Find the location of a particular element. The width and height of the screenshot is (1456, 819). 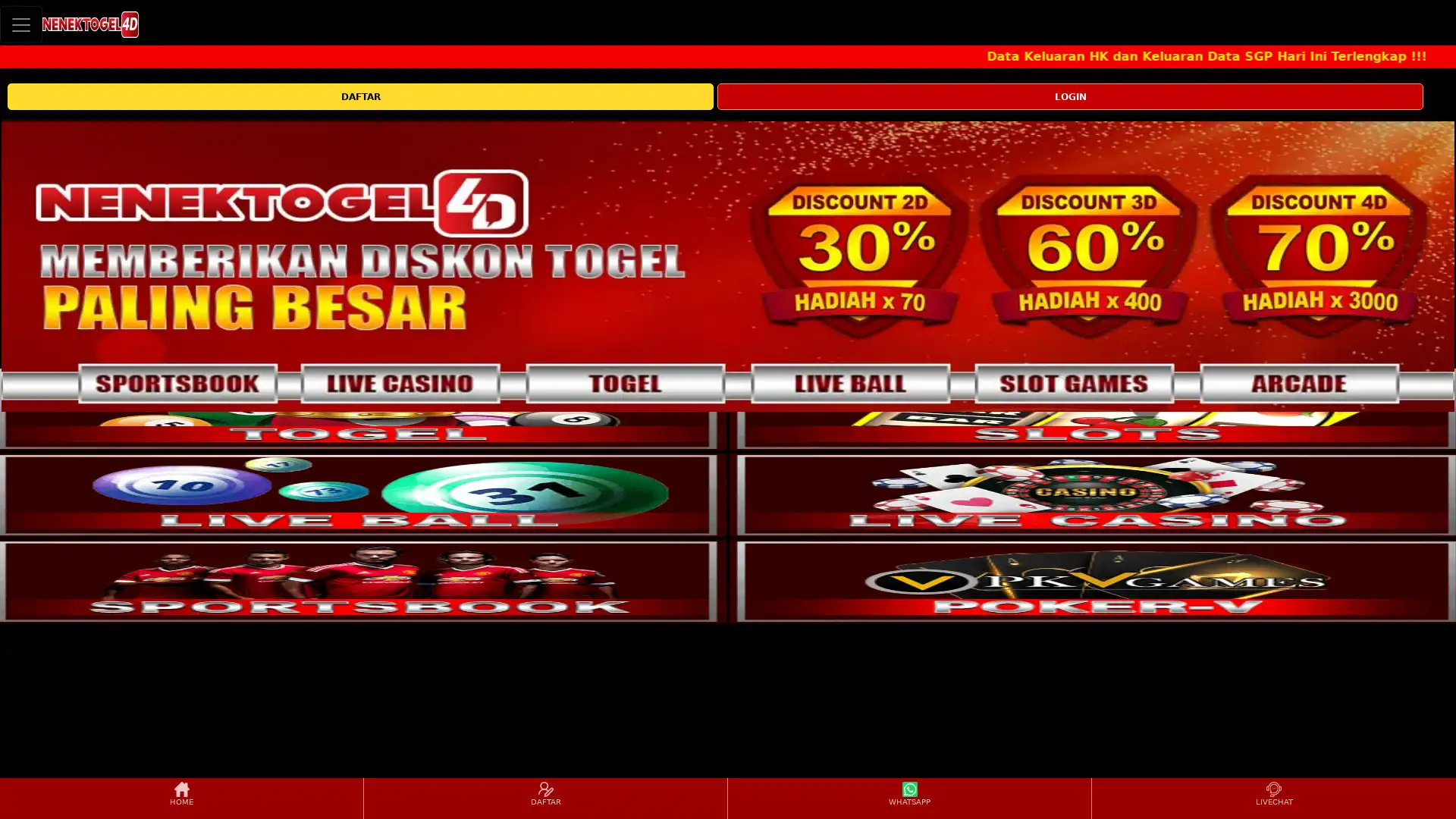

Previous item in carousel (1 of 1) is located at coordinates (14, 265).